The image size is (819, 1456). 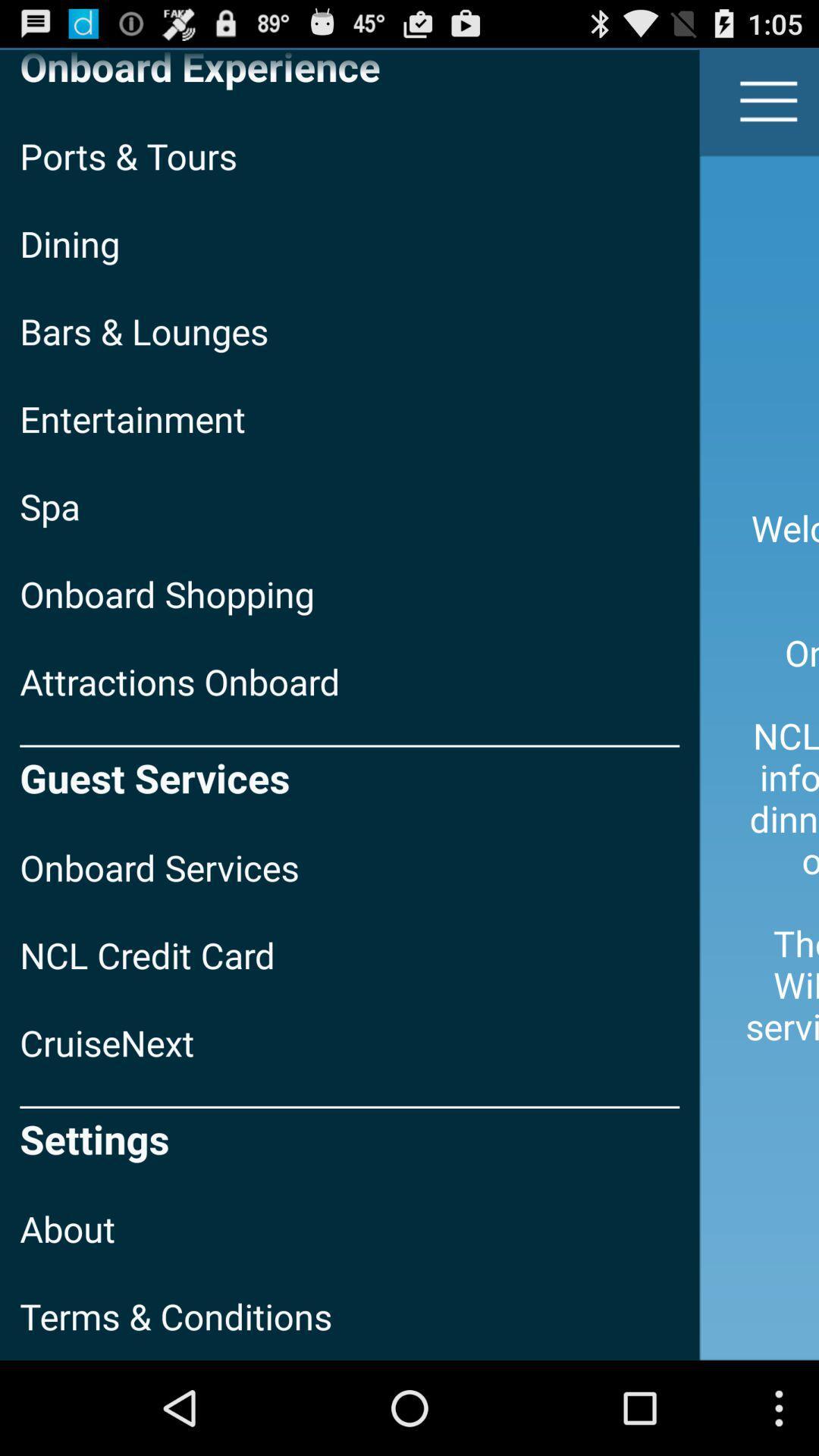 I want to click on the item to the right of the onboard experience item, so click(x=769, y=100).